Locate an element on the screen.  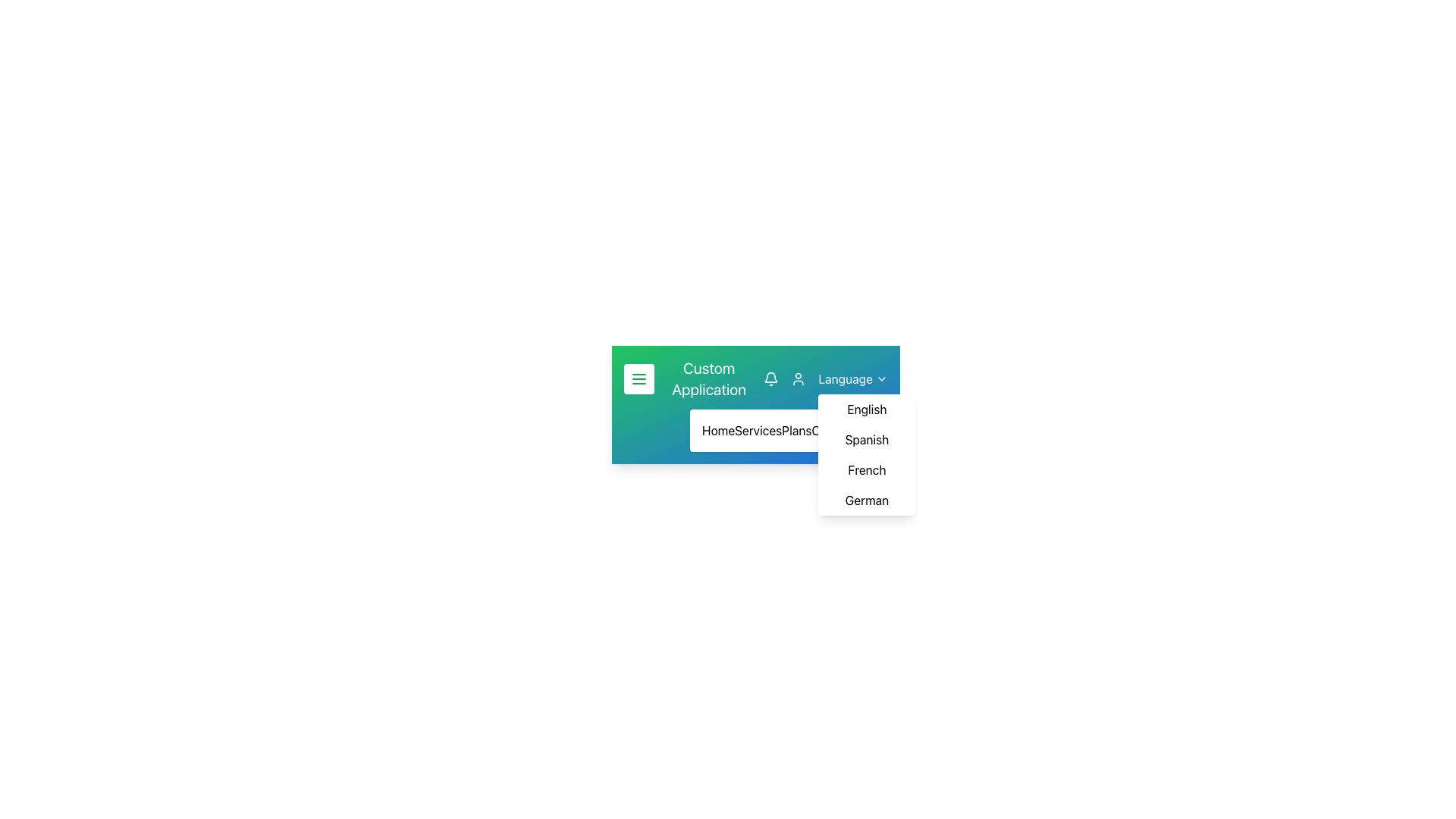
the 'Spanish' option in the dropdown menu located at the top-right section of the interface, which is styled with a light gray hover state and is the second item in the list is located at coordinates (867, 439).